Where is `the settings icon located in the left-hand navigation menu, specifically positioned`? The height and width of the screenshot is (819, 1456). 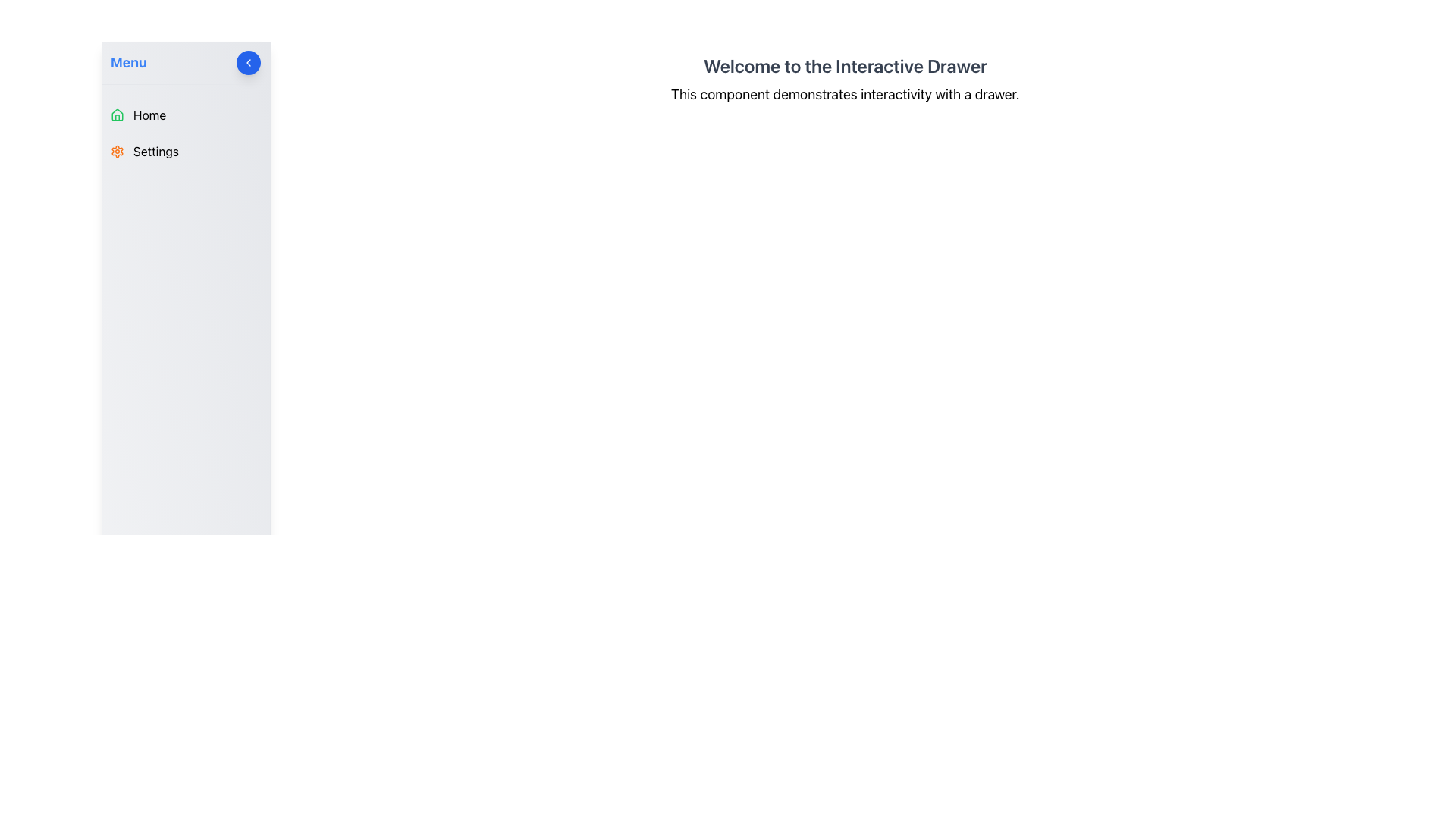
the settings icon located in the left-hand navigation menu, specifically positioned is located at coordinates (116, 152).